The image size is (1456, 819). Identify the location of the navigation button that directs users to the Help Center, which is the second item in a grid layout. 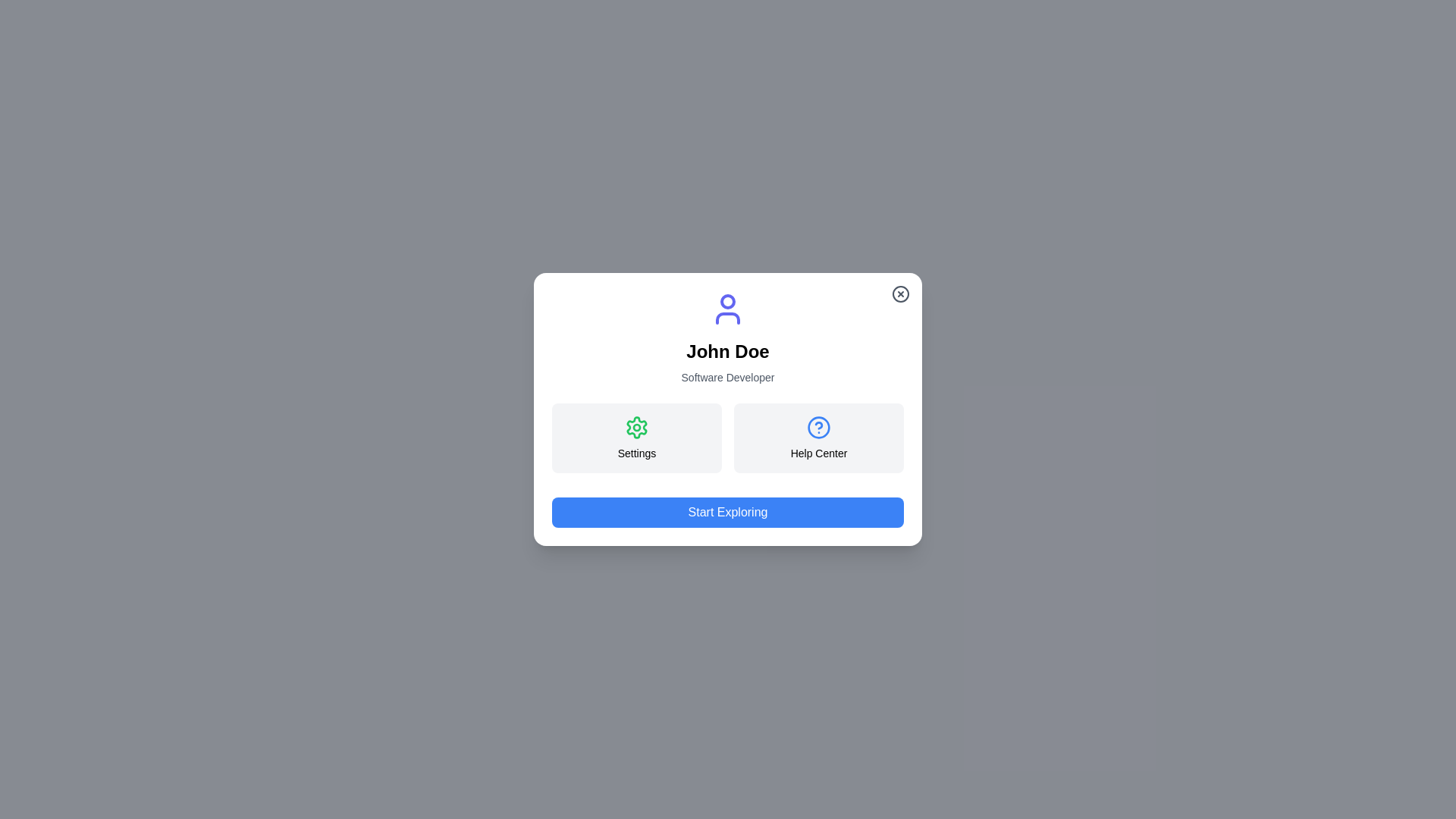
(818, 438).